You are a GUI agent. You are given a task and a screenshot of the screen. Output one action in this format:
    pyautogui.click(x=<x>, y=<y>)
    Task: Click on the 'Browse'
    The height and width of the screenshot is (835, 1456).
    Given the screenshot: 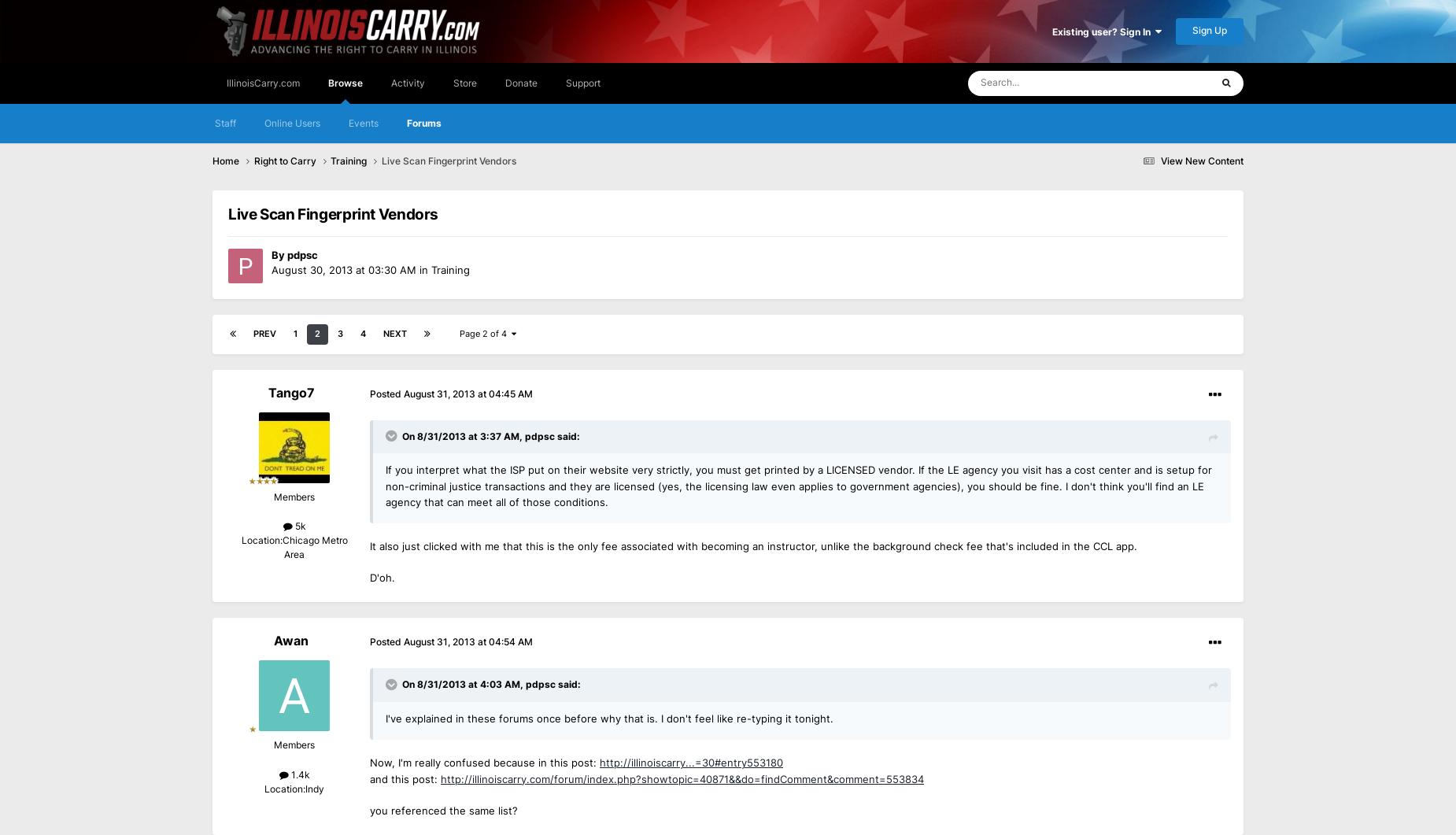 What is the action you would take?
    pyautogui.click(x=327, y=83)
    